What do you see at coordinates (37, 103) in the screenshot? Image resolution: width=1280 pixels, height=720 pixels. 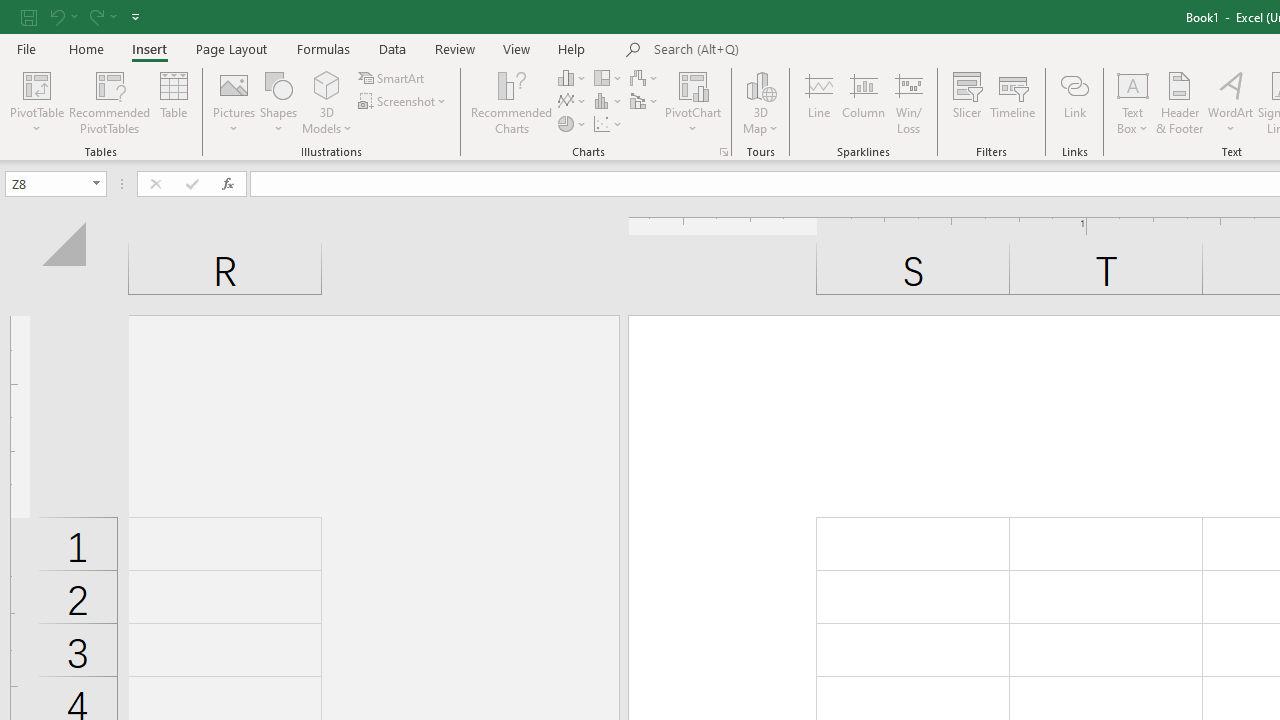 I see `'PivotTable'` at bounding box center [37, 103].